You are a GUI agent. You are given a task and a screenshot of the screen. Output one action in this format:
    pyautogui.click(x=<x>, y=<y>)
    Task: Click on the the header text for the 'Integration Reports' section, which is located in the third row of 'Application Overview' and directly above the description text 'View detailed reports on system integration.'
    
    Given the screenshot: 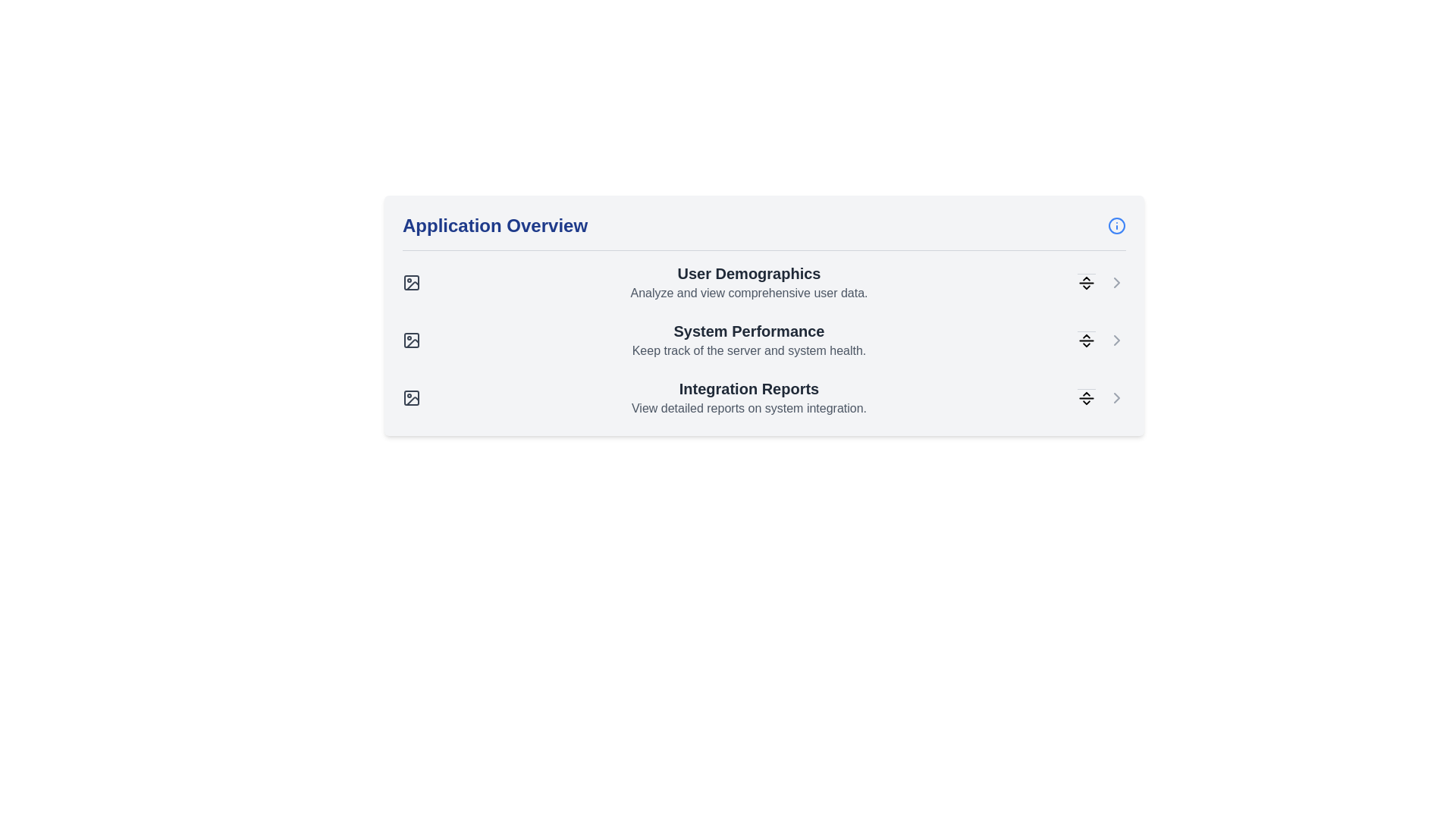 What is the action you would take?
    pyautogui.click(x=749, y=388)
    